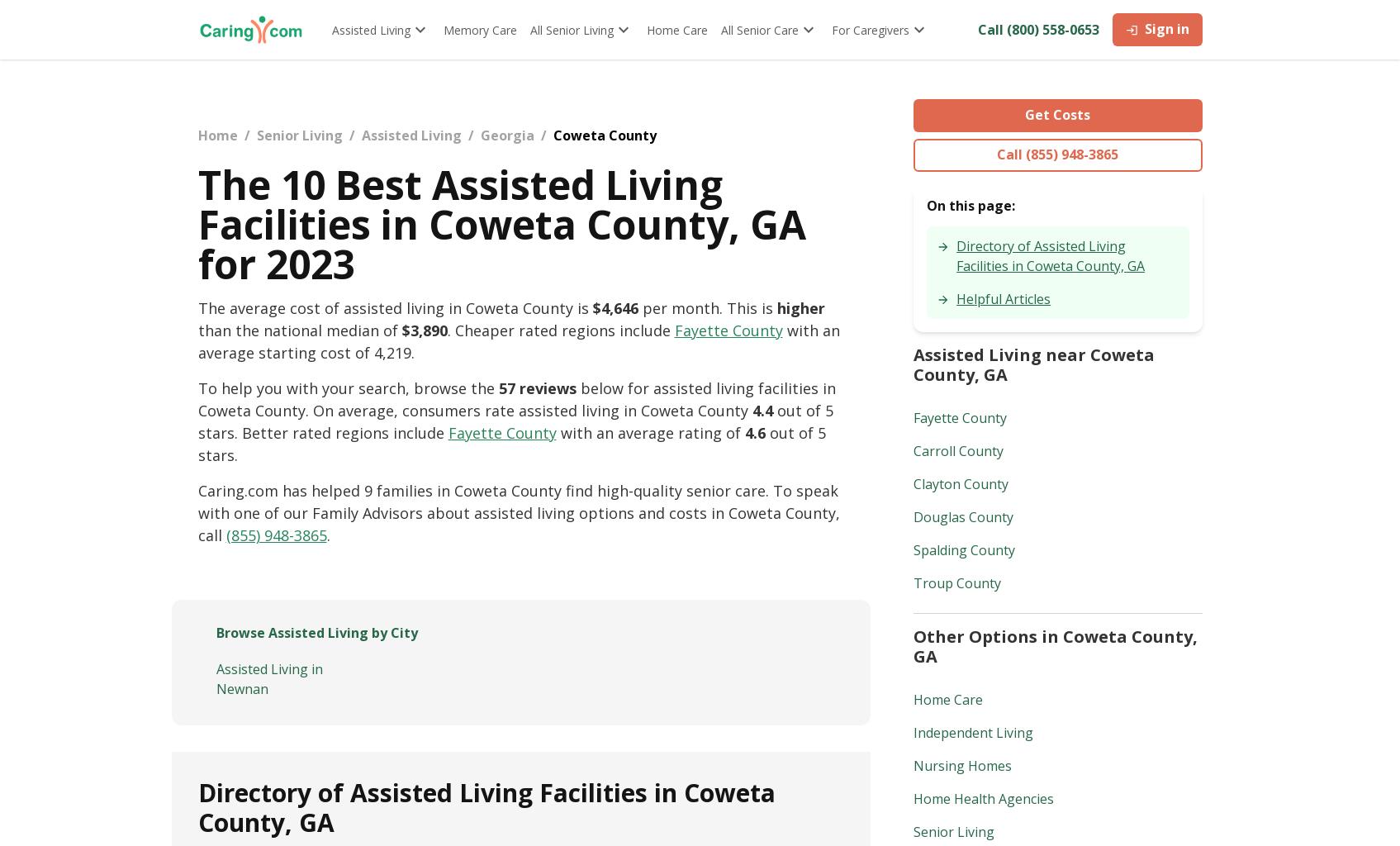 The height and width of the screenshot is (846, 1400). What do you see at coordinates (268, 677) in the screenshot?
I see `'Assisted Living in Newnan'` at bounding box center [268, 677].